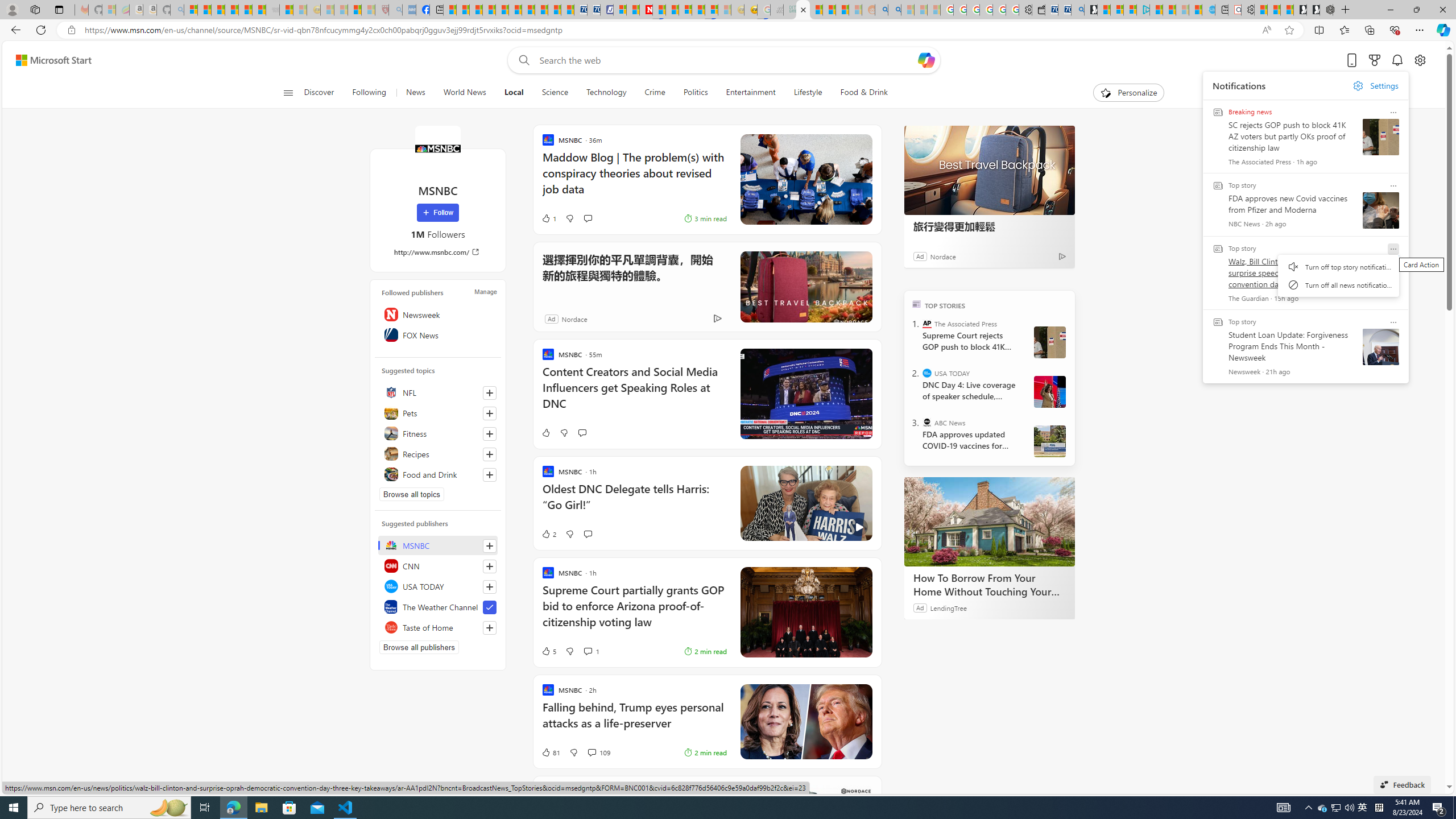 The image size is (1456, 819). Describe the element at coordinates (1338, 285) in the screenshot. I see `'Turn off all news notifications'` at that location.